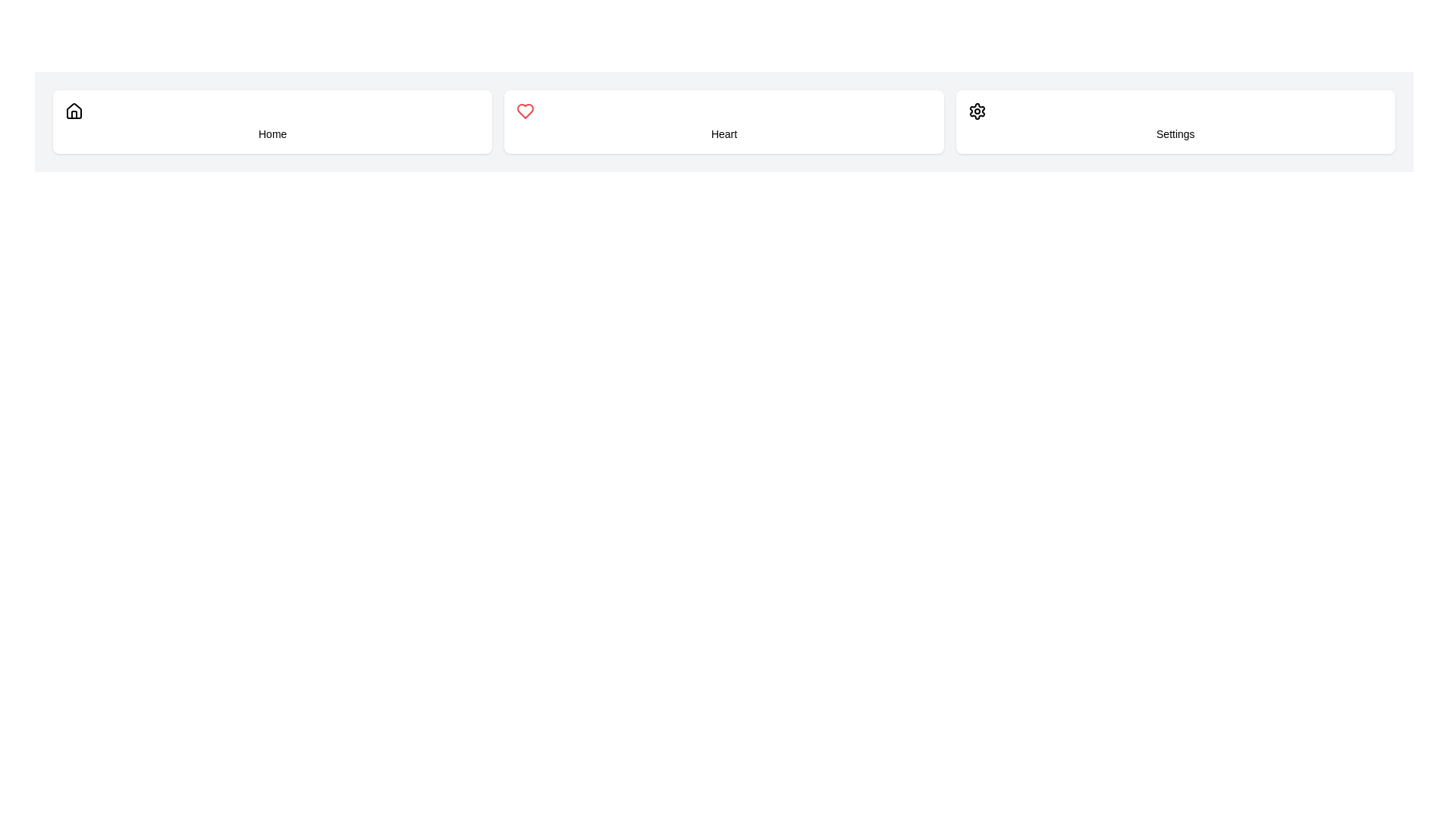 The width and height of the screenshot is (1456, 819). Describe the element at coordinates (1175, 121) in the screenshot. I see `the navigation button that likely directs users to the settings page, located in the third position from the left in a horizontal set of three buttons labeled 'Home', 'Heart', and 'Settings'` at that location.